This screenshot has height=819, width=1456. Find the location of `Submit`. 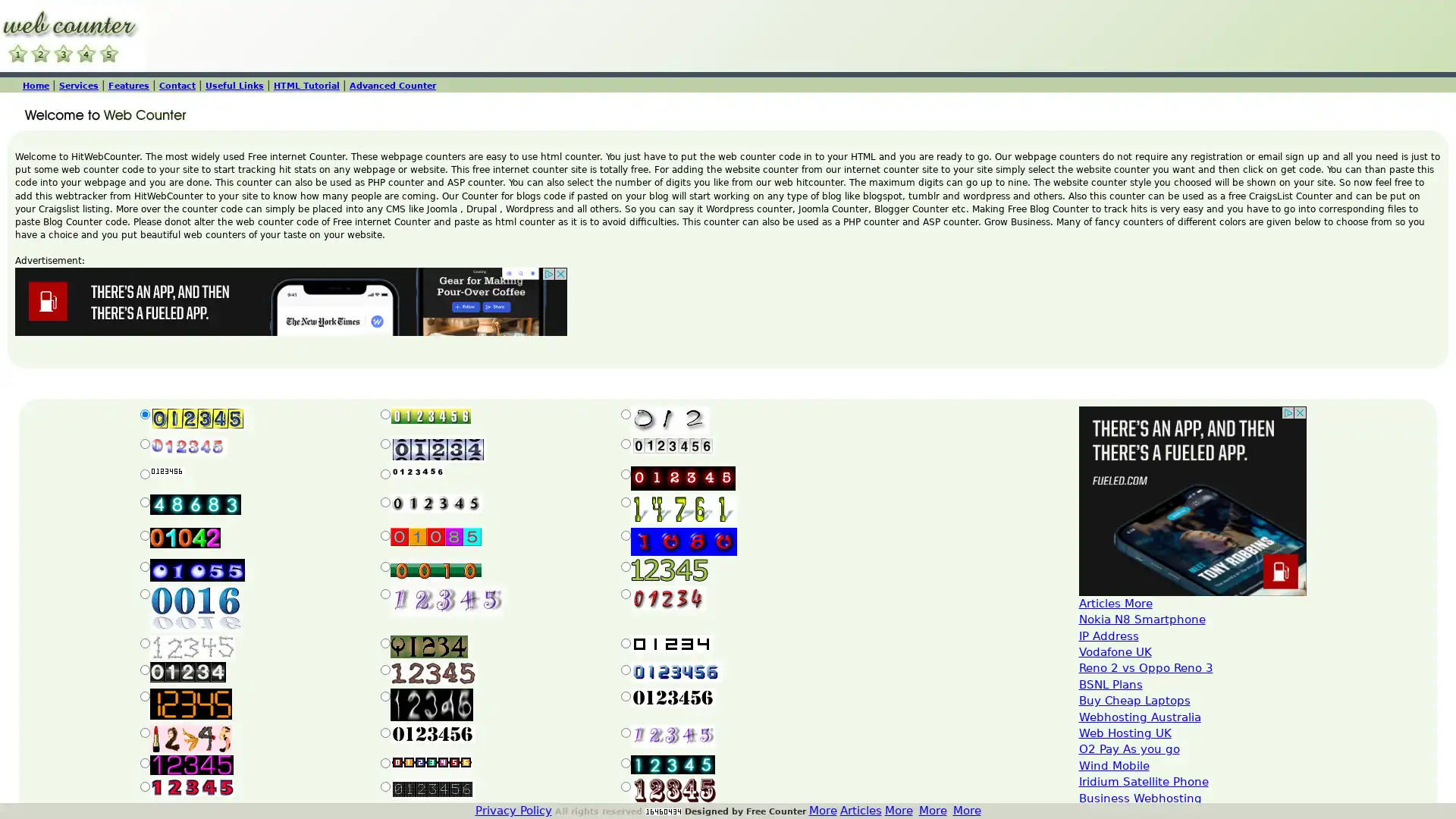

Submit is located at coordinates (195, 504).